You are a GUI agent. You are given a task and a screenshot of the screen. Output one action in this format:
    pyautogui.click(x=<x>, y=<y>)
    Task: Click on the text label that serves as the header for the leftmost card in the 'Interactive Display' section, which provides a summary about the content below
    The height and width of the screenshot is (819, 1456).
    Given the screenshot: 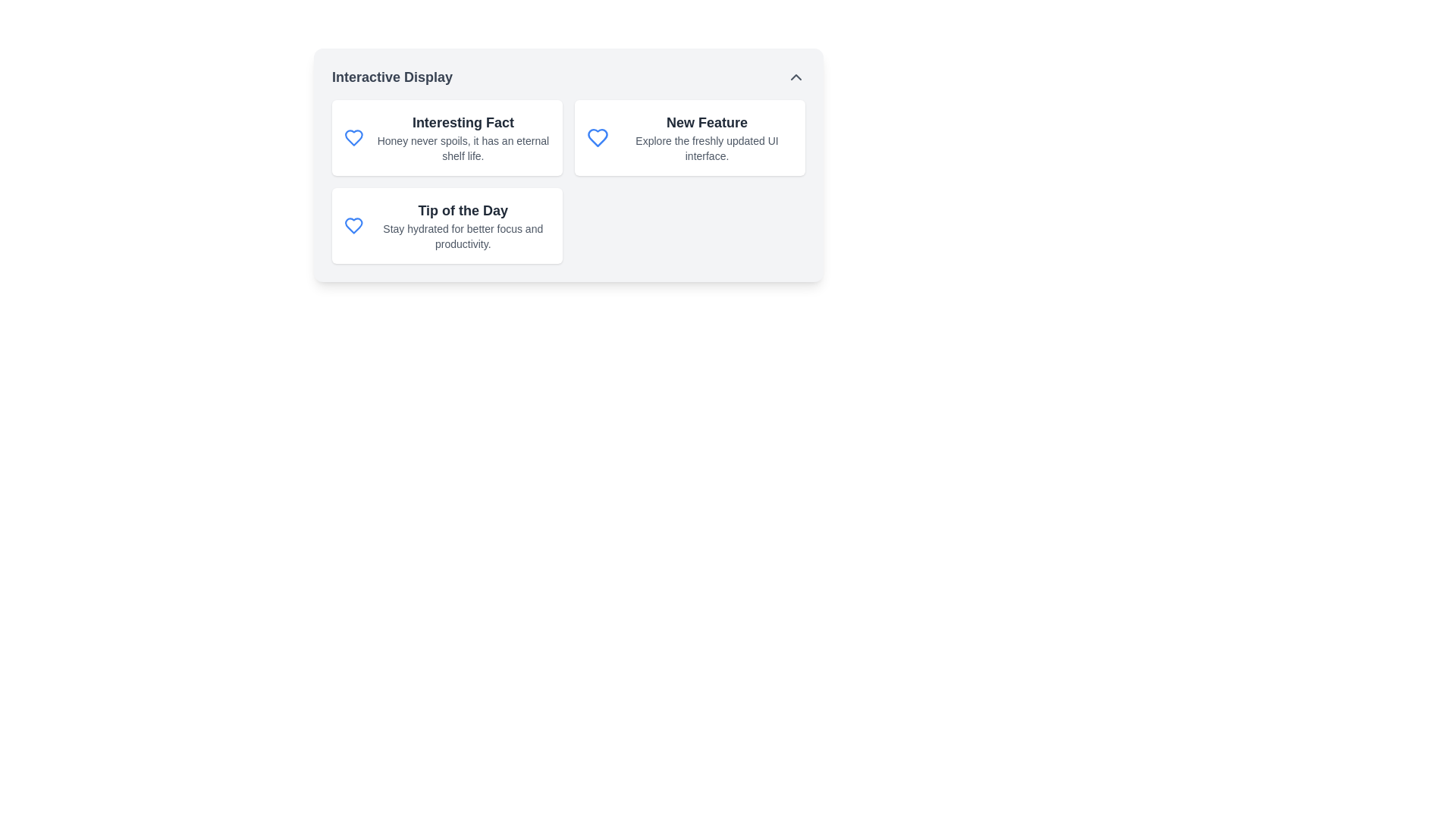 What is the action you would take?
    pyautogui.click(x=462, y=122)
    